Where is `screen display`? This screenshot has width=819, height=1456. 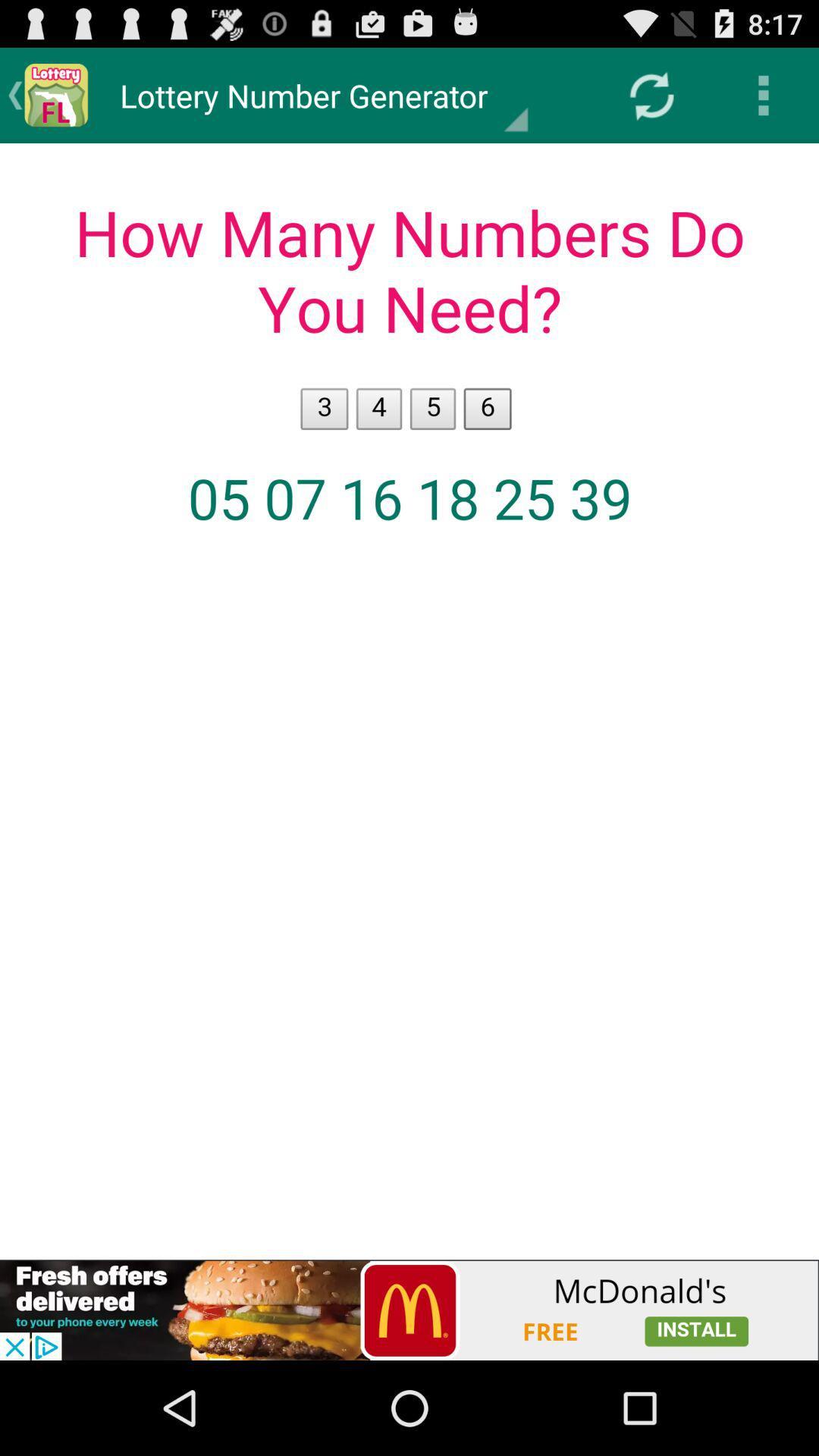
screen display is located at coordinates (409, 701).